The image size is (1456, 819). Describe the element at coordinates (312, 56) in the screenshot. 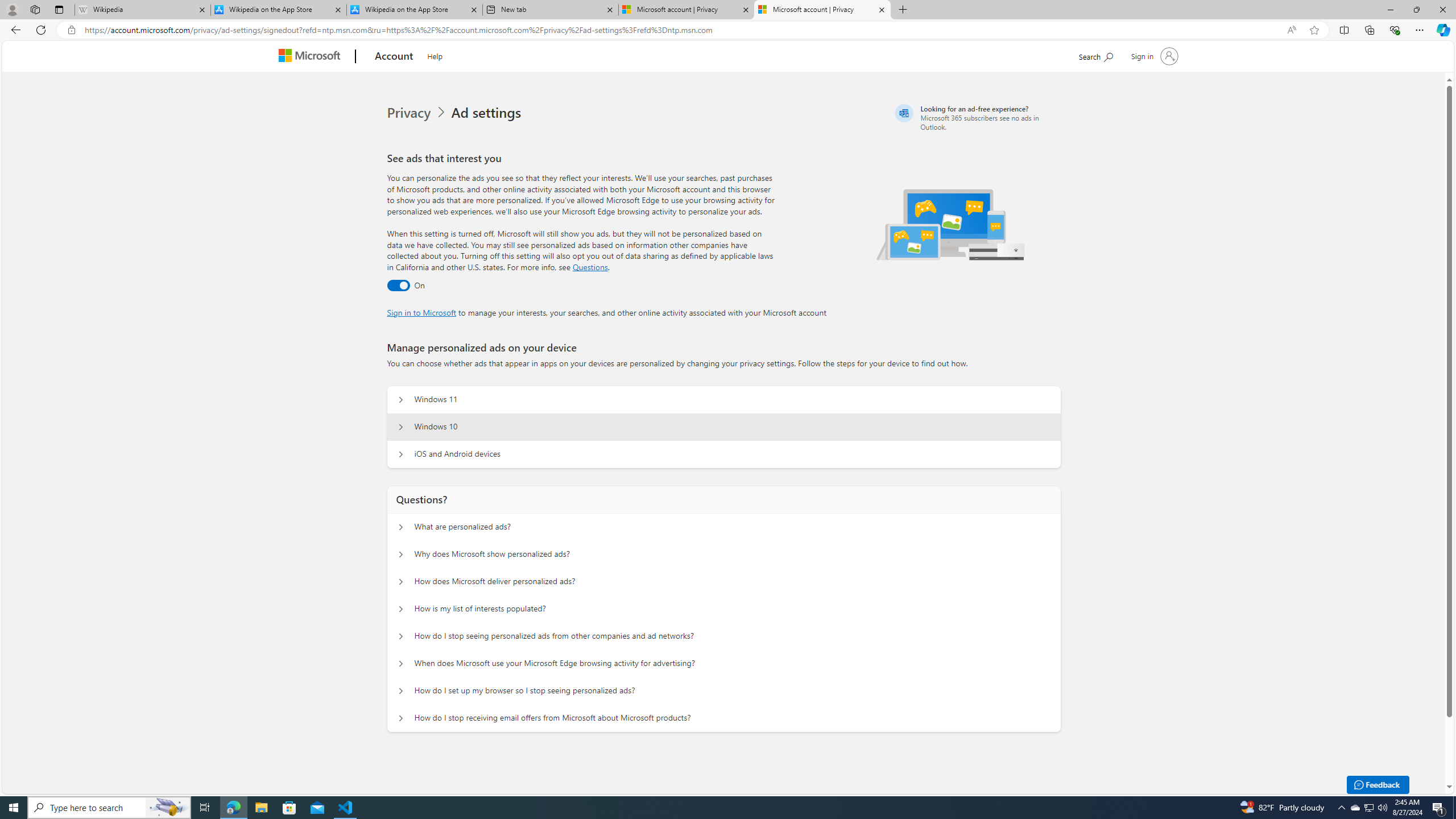

I see `'Microsoft'` at that location.